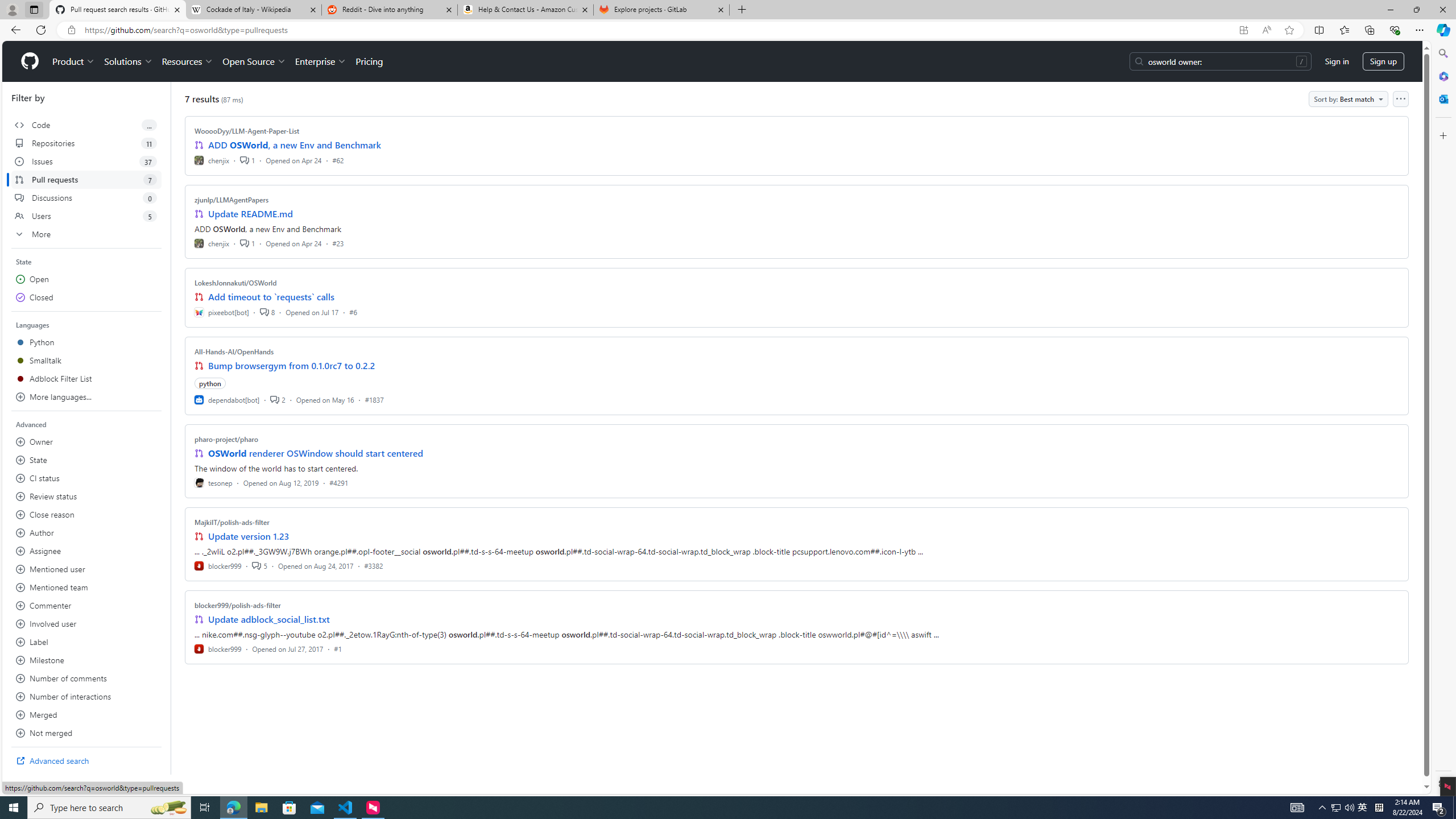 The width and height of the screenshot is (1456, 819). What do you see at coordinates (337, 648) in the screenshot?
I see `'#1'` at bounding box center [337, 648].